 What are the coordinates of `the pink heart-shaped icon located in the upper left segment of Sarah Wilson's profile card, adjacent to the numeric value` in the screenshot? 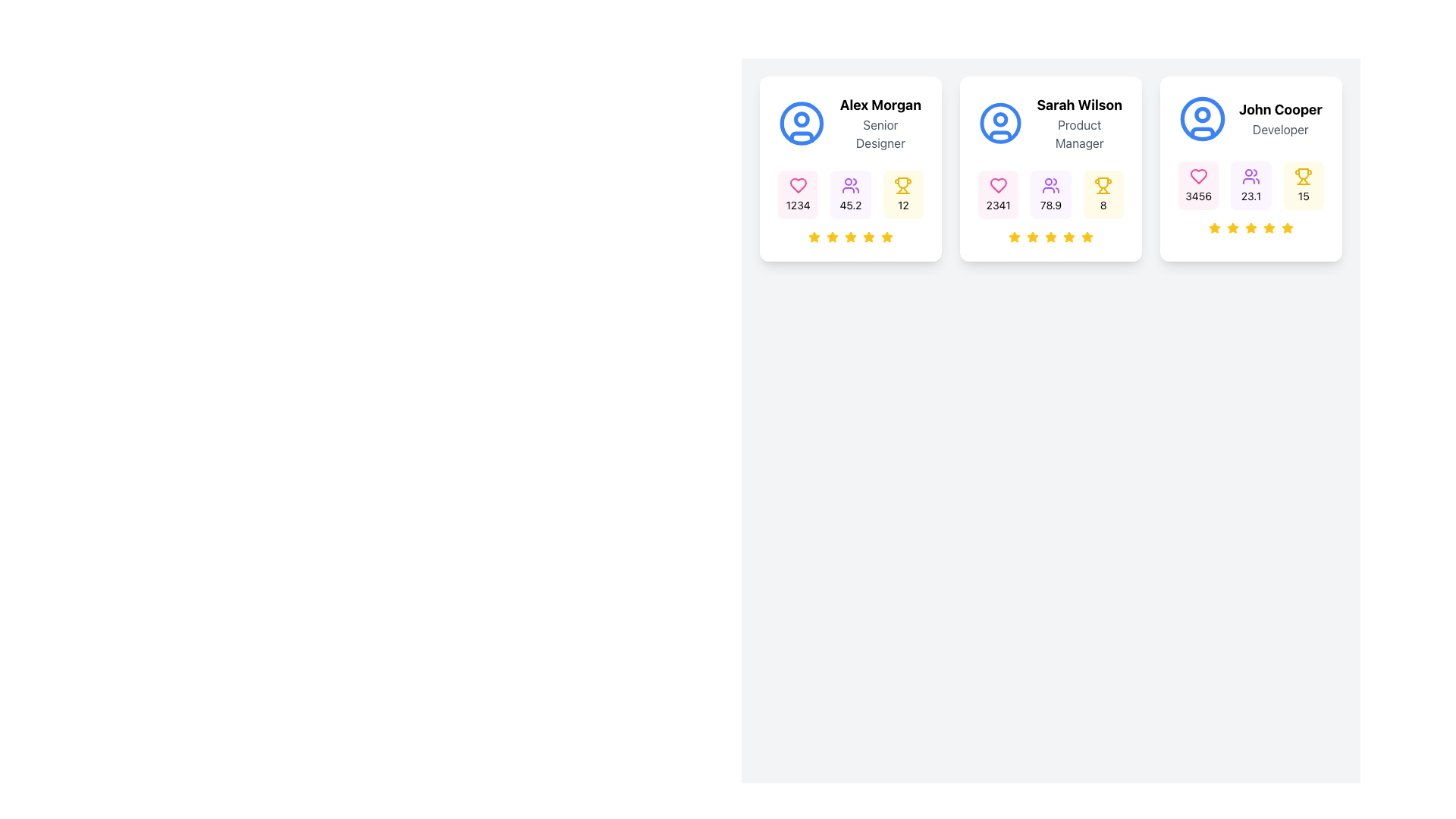 It's located at (998, 185).